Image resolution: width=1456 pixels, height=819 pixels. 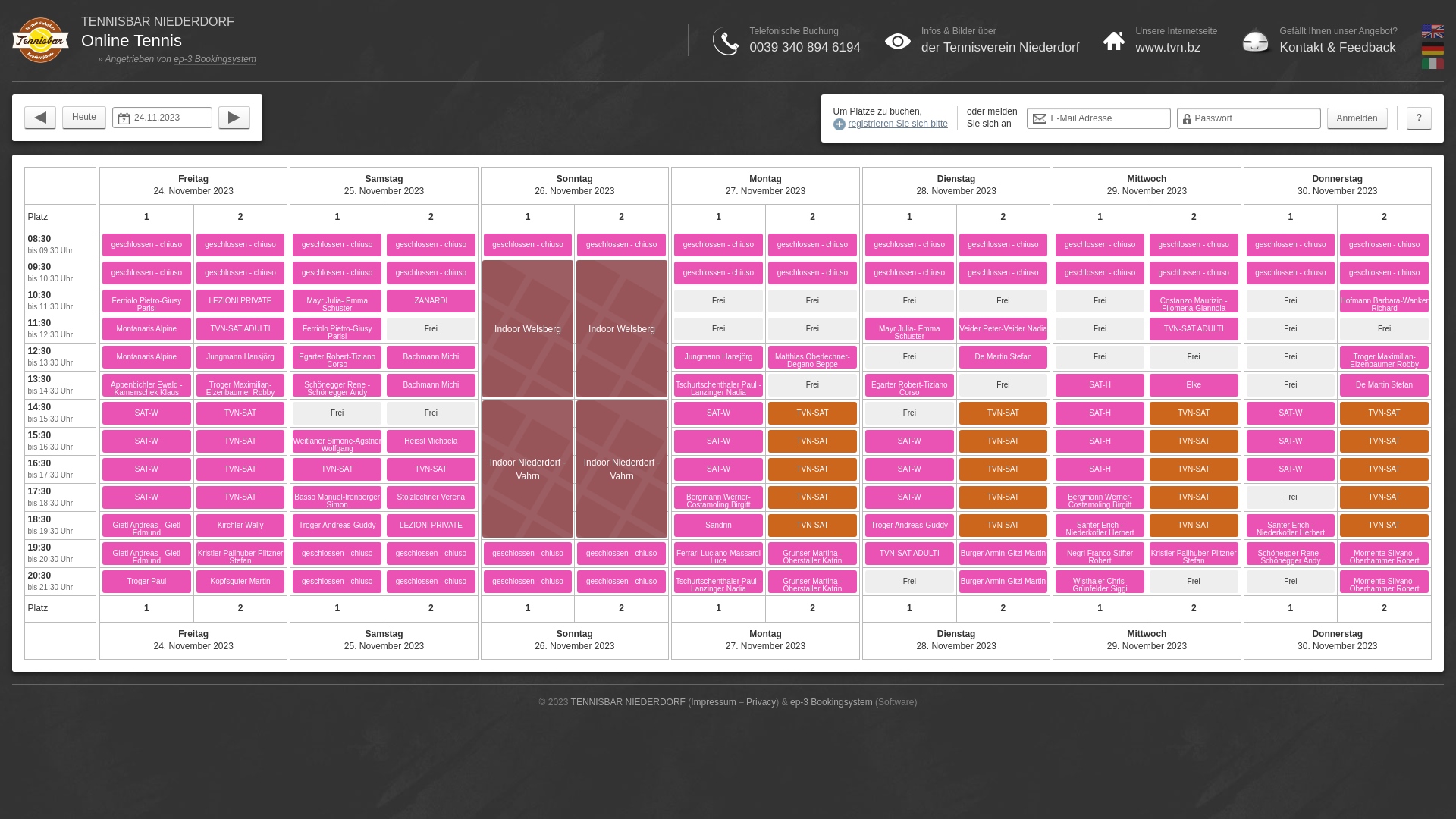 I want to click on 'Montanaris Alpine', so click(x=146, y=356).